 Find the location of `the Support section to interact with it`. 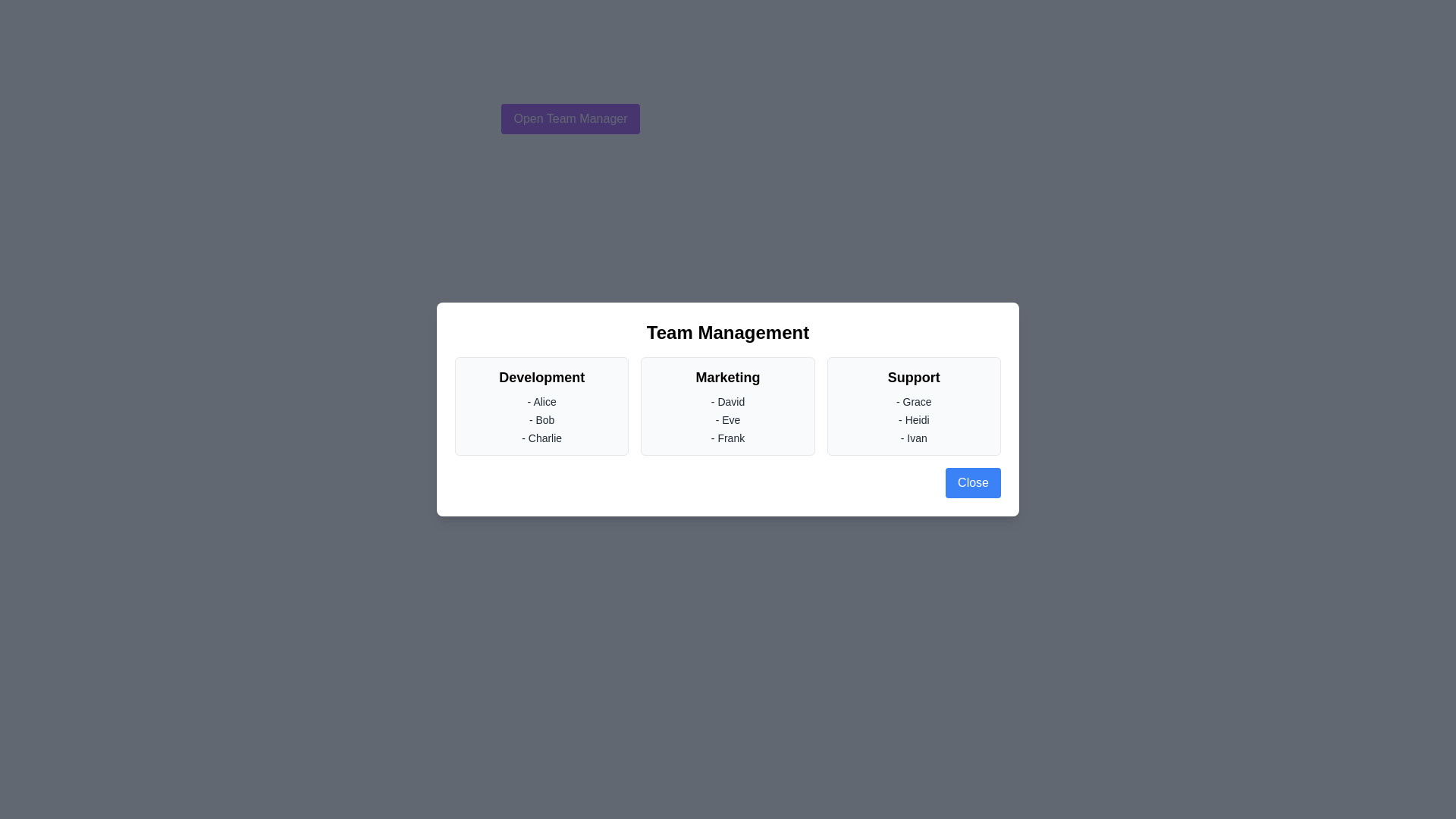

the Support section to interact with it is located at coordinates (913, 406).